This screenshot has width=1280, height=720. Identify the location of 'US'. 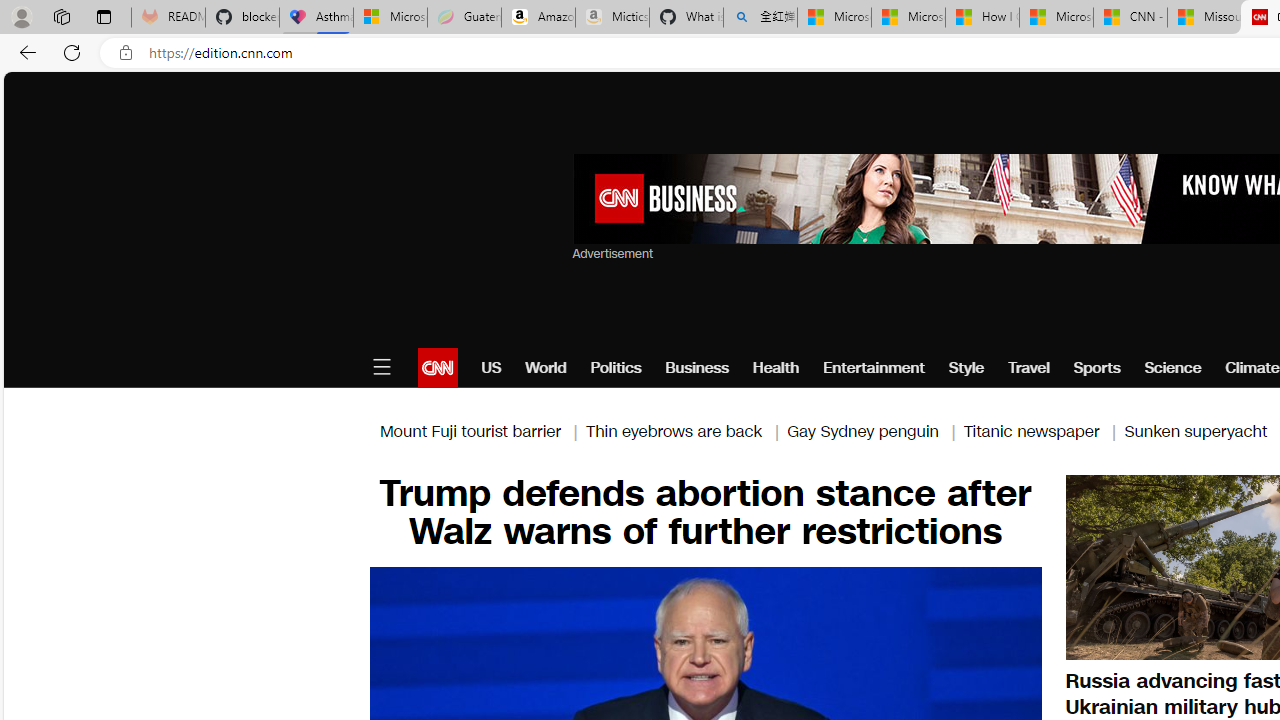
(491, 367).